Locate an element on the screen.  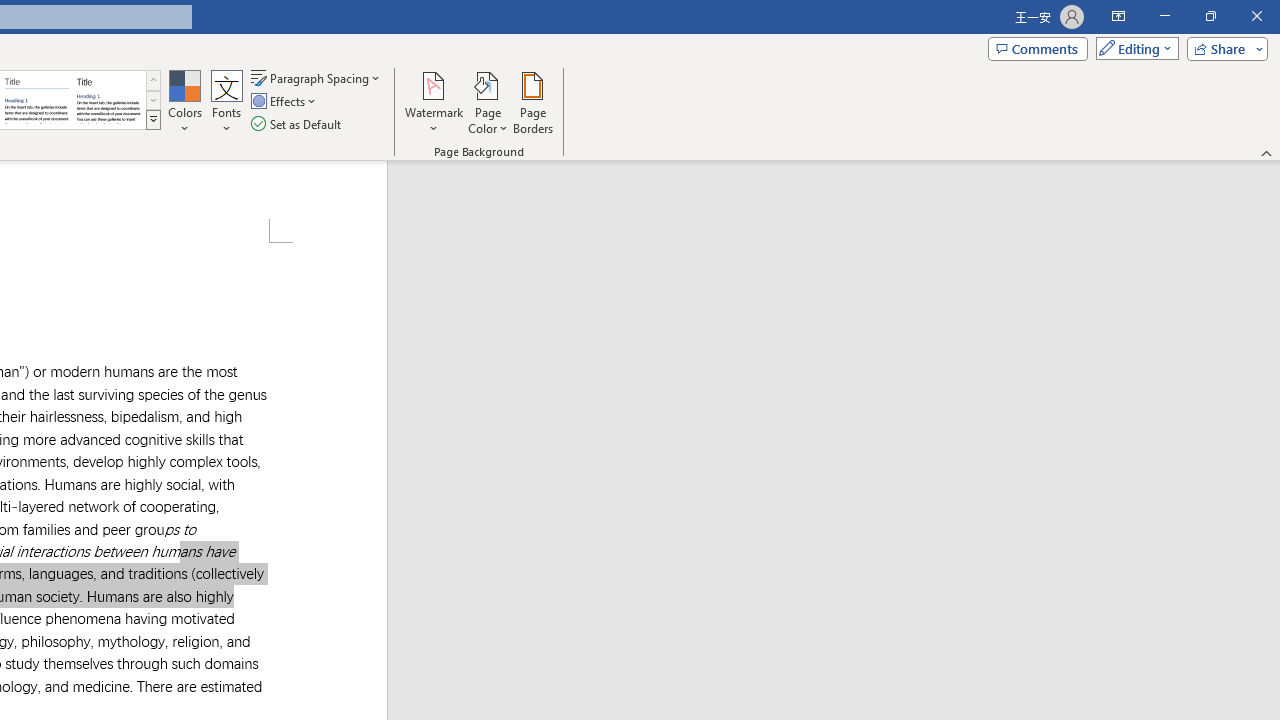
'Page Borders...' is located at coordinates (533, 103).